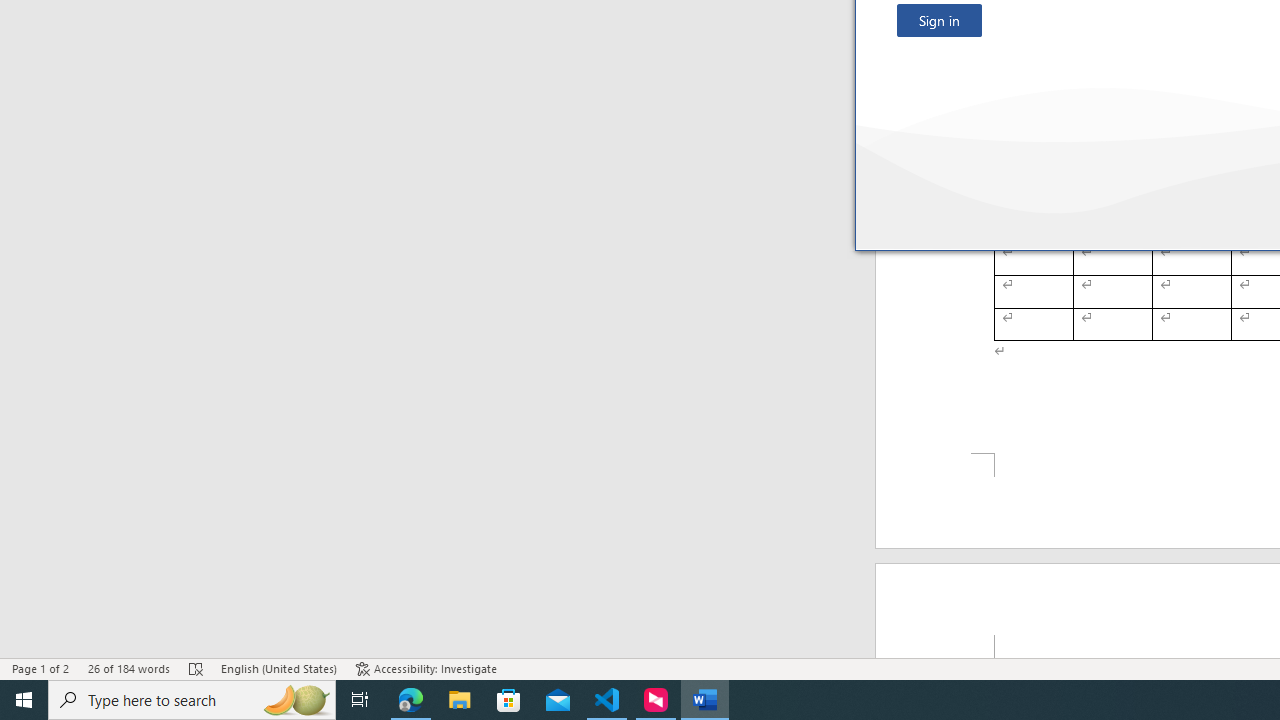  Describe the element at coordinates (192, 698) in the screenshot. I see `'Type here to search'` at that location.